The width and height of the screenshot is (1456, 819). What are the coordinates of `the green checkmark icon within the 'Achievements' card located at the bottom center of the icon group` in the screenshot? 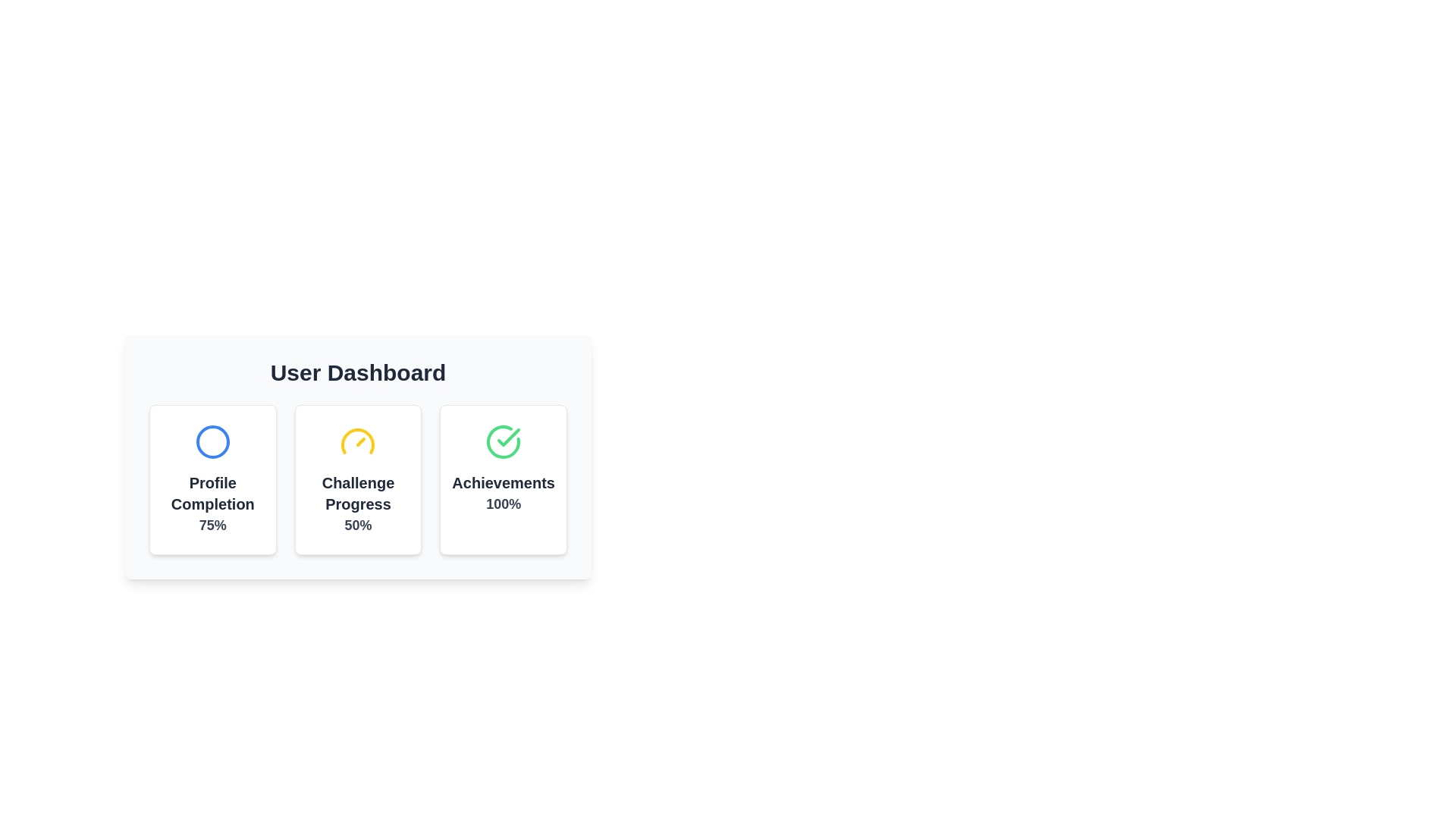 It's located at (509, 438).